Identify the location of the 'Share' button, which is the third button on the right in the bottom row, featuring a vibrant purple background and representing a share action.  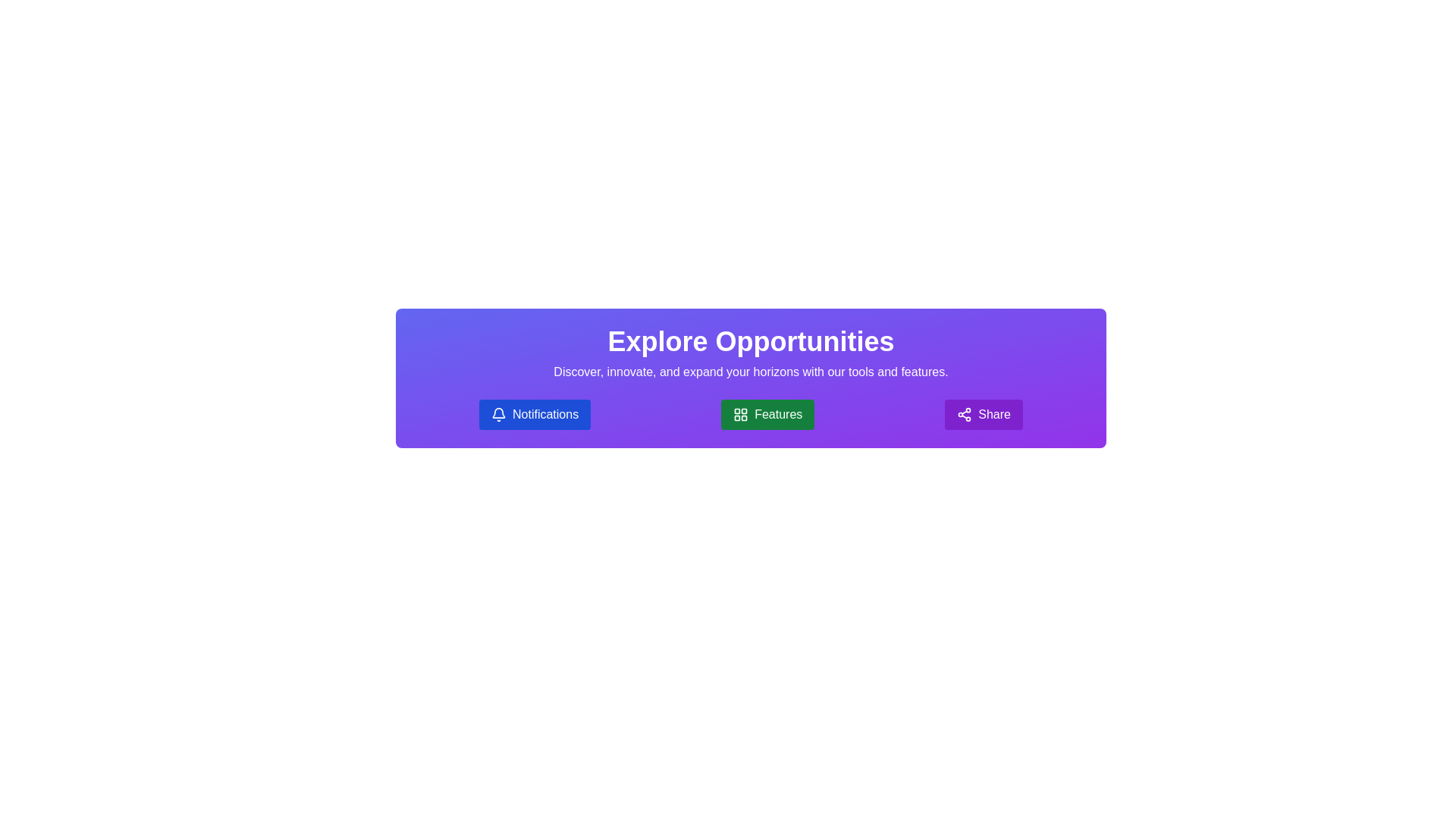
(964, 415).